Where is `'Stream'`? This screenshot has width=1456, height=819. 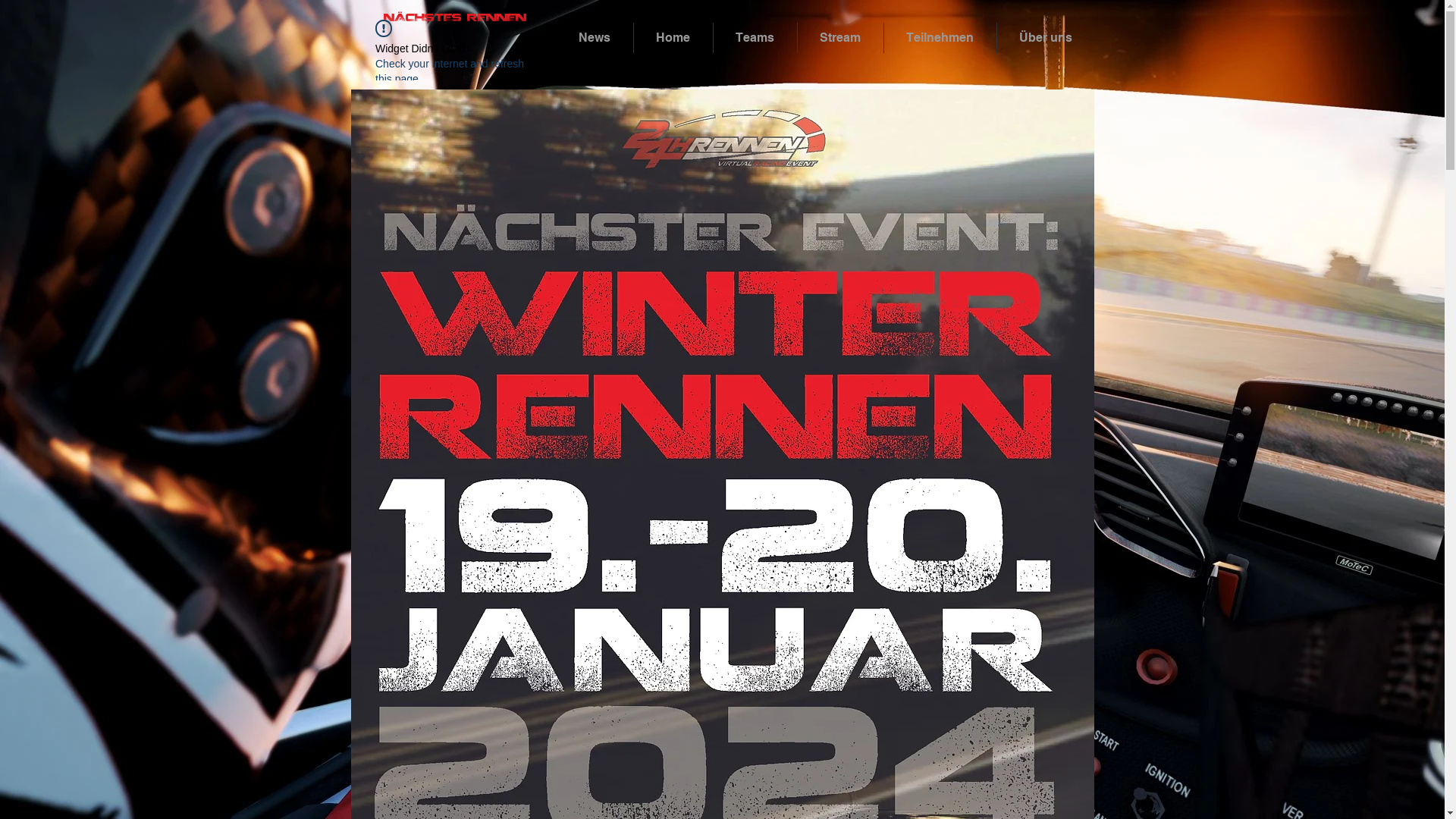
'Stream' is located at coordinates (796, 37).